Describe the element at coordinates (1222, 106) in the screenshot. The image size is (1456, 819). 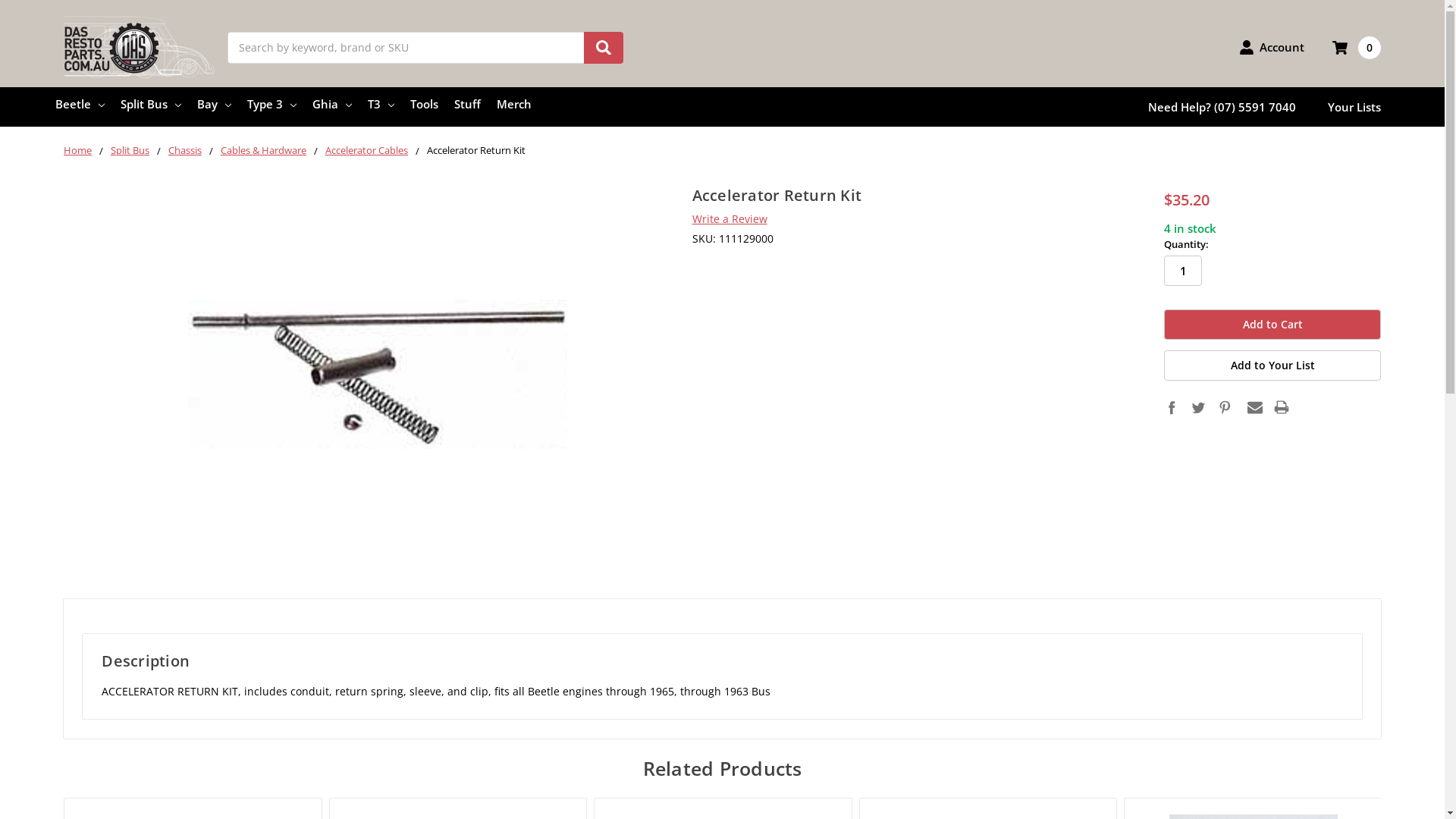
I see `'Need Help? (07) 5591 7040'` at that location.